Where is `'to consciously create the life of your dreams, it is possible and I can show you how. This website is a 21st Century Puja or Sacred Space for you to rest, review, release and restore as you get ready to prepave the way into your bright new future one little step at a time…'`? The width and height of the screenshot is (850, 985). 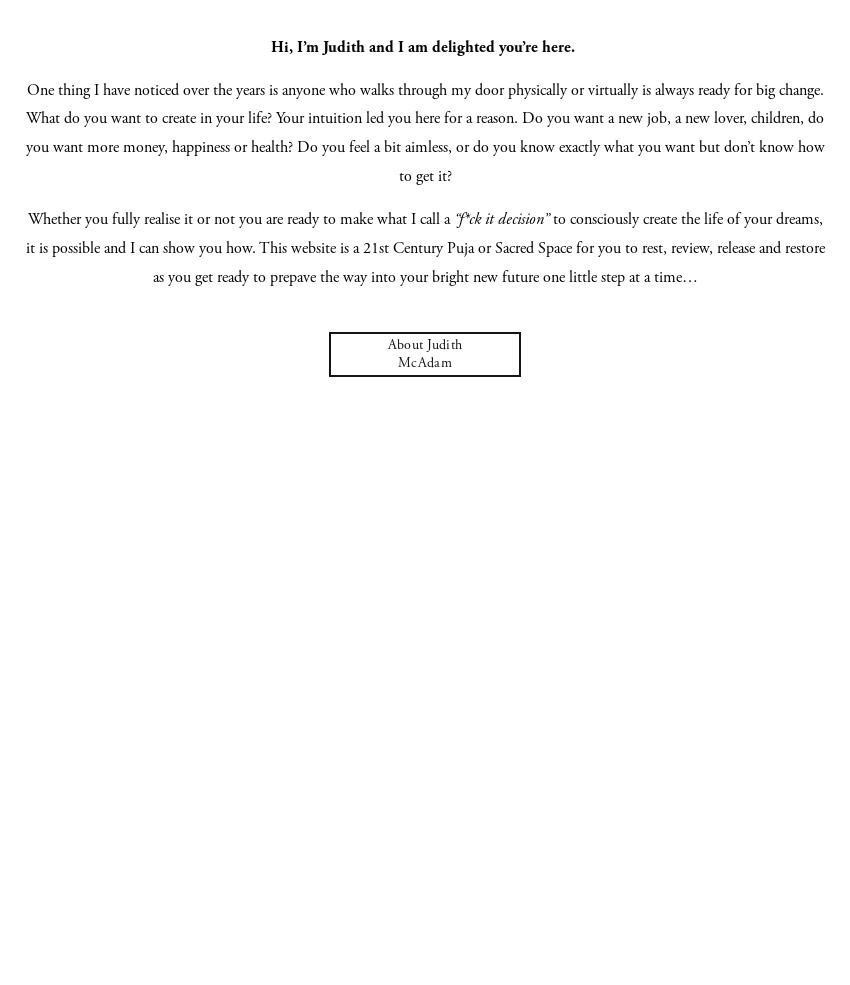 'to consciously create the life of your dreams, it is possible and I can show you how. This website is a 21st Century Puja or Sacred Space for you to rest, review, release and restore as you get ready to prepave the way into your bright new future one little step at a time…' is located at coordinates (425, 247).